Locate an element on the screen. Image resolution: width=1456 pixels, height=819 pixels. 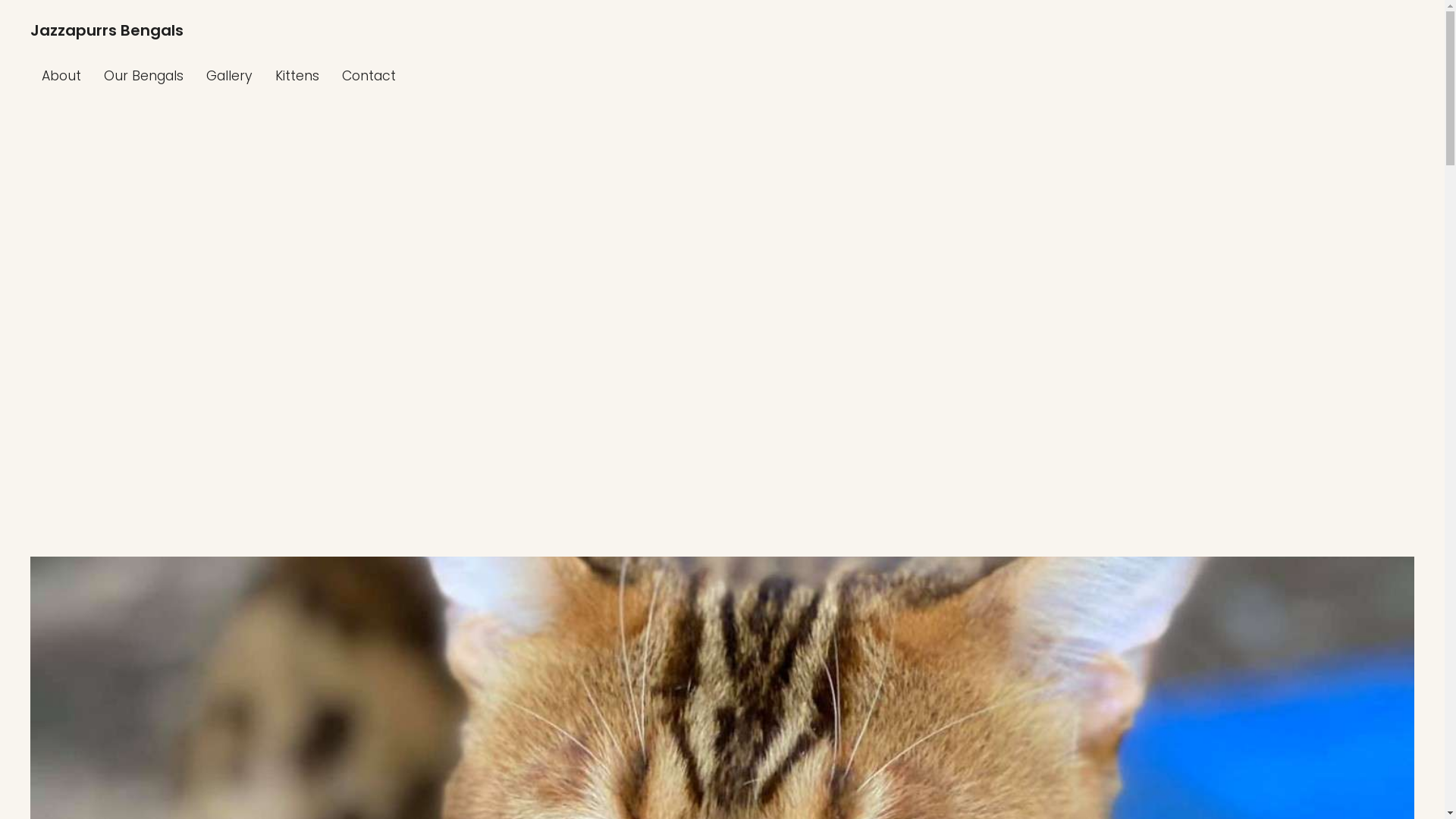
'Gallery' is located at coordinates (228, 76).